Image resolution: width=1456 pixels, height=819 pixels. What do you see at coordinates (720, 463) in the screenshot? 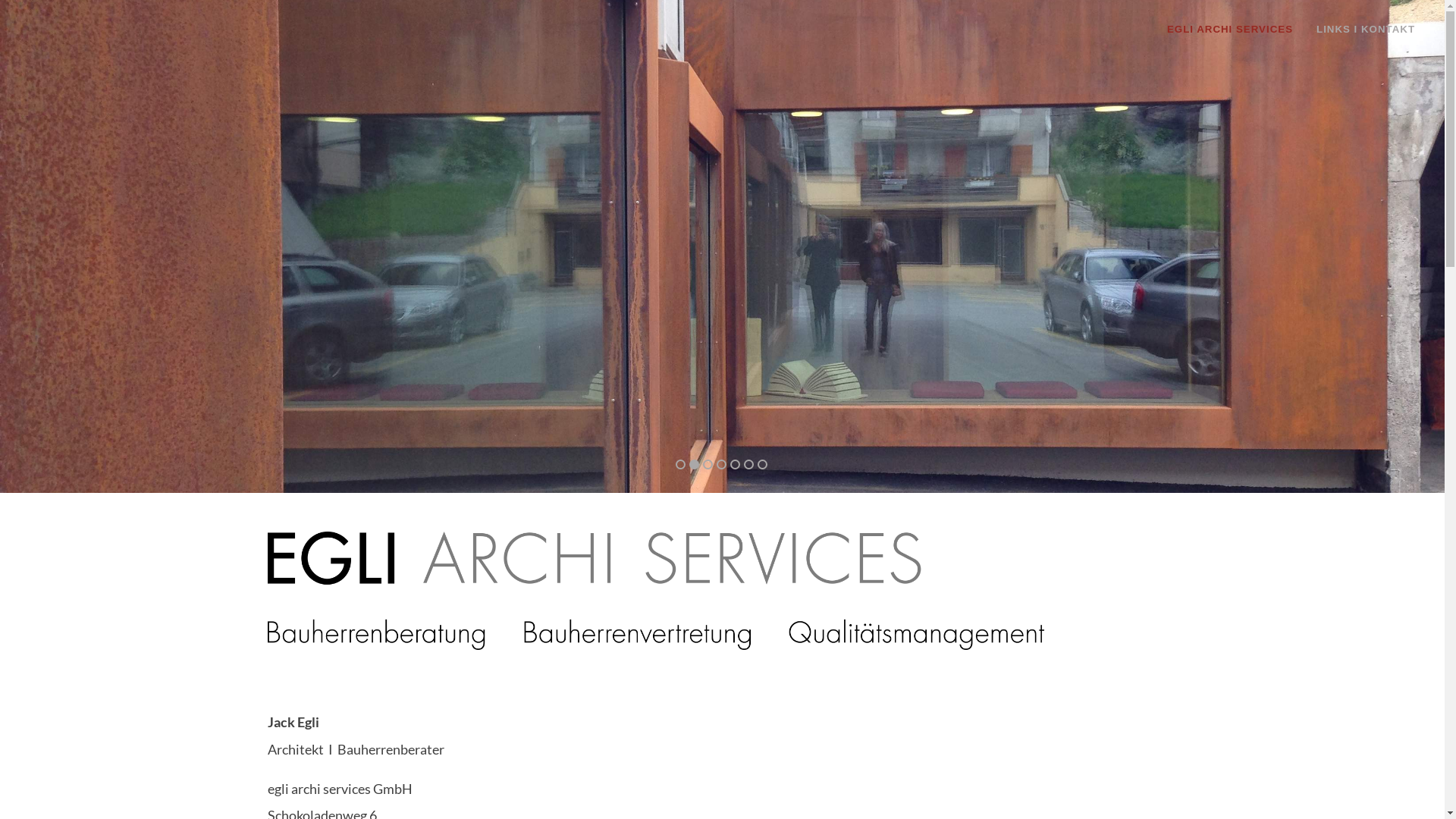
I see `'4'` at bounding box center [720, 463].